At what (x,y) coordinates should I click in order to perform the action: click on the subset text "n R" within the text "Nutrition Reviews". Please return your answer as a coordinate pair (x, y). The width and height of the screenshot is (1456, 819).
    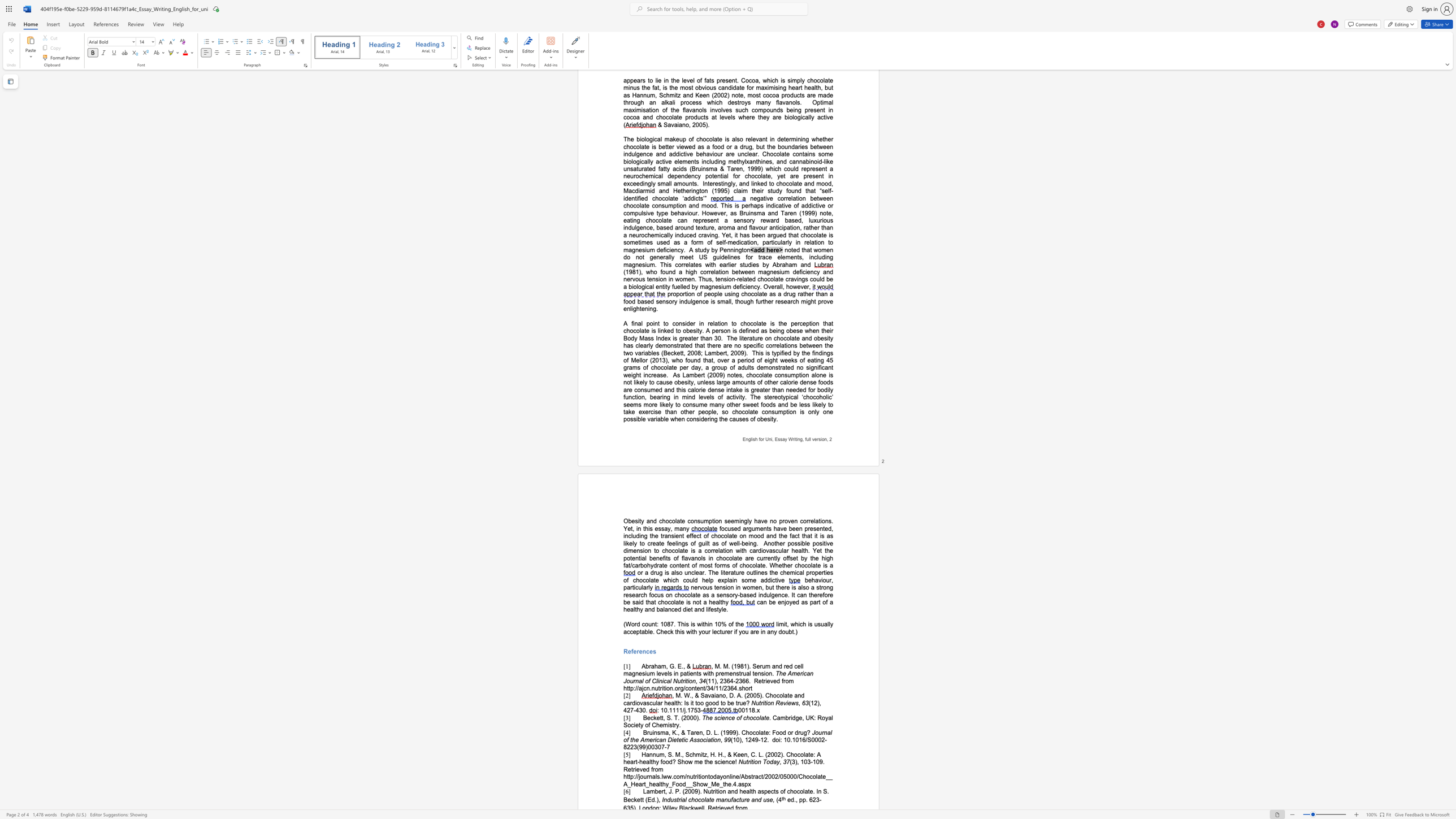
    Looking at the image, I should click on (770, 703).